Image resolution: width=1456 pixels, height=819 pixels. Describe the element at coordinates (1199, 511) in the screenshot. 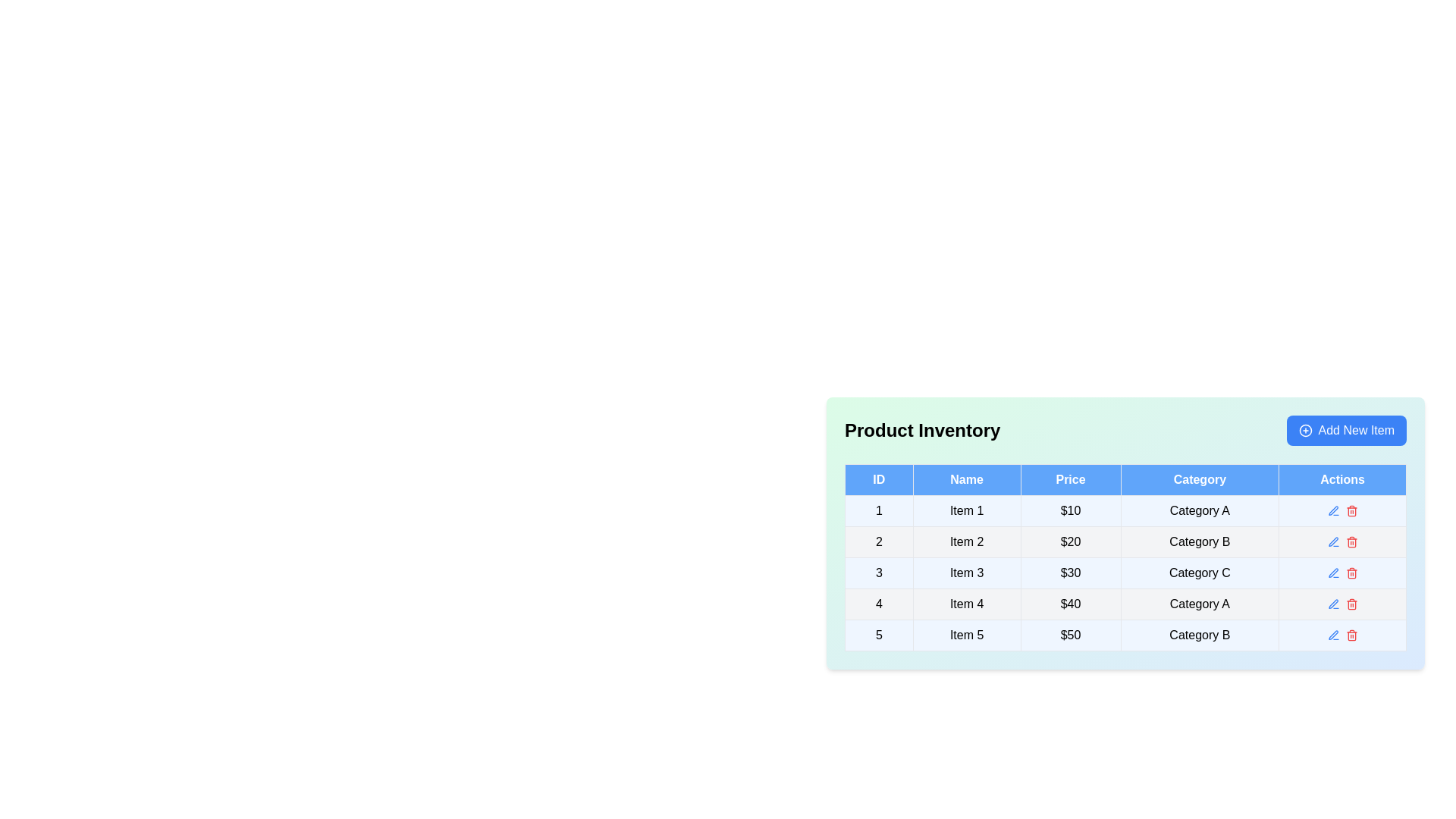

I see `the text label displaying 'Category A' in the fifth column of the first row of the product inventory table` at that location.